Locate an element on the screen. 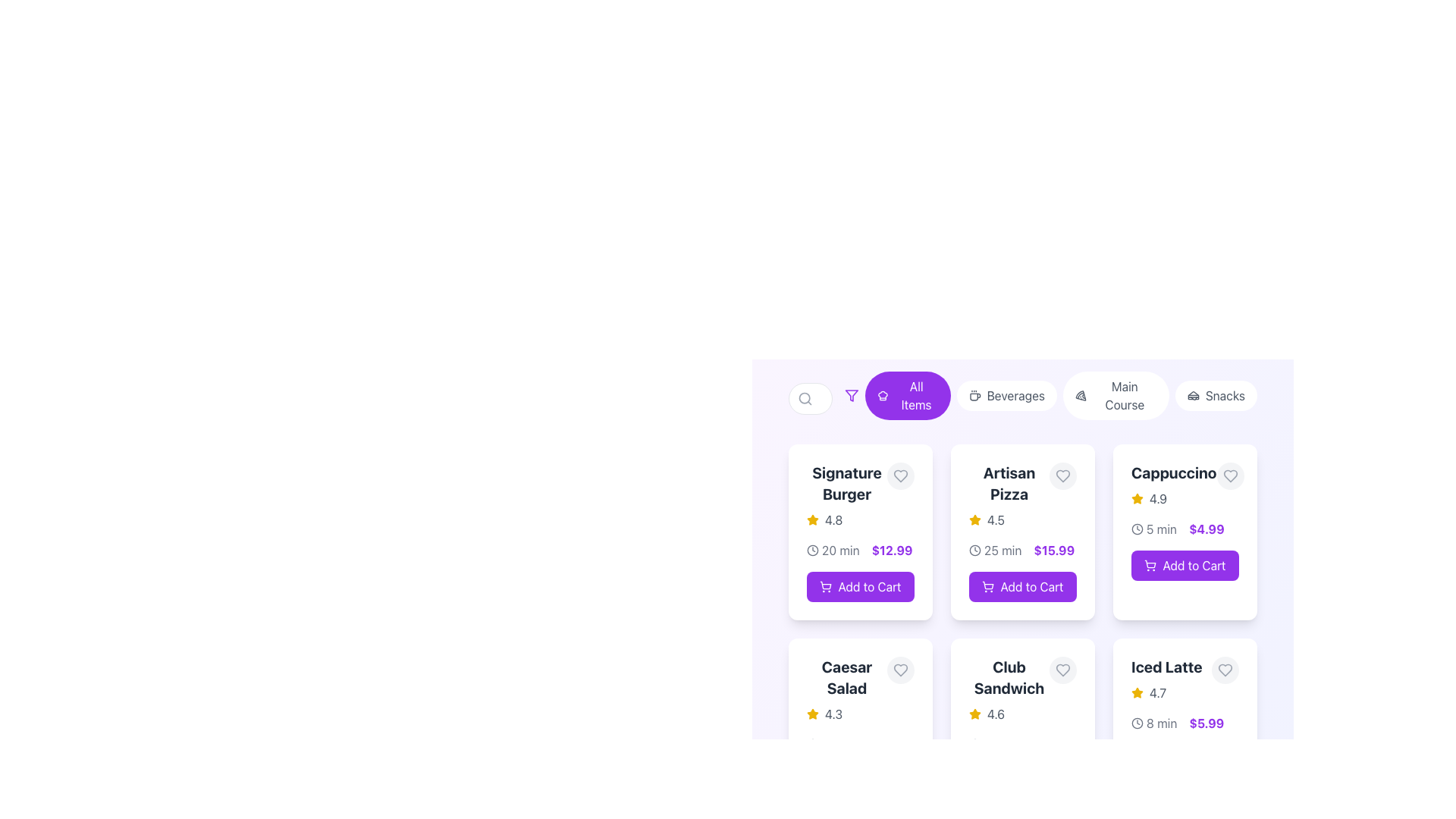  the 'All Items' button, which features a chef's hat icon on a rounded rectangular purple background is located at coordinates (908, 394).